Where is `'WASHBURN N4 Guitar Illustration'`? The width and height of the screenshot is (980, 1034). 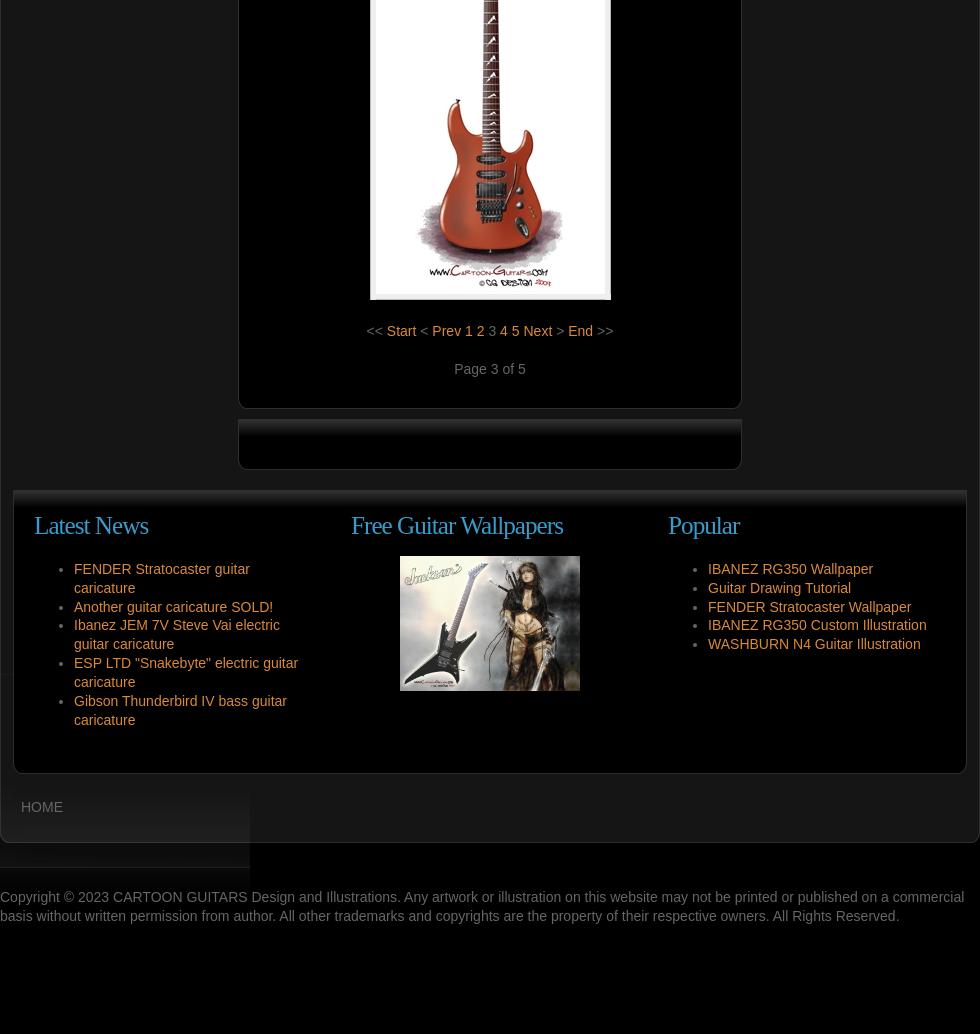 'WASHBURN N4 Guitar Illustration' is located at coordinates (707, 643).